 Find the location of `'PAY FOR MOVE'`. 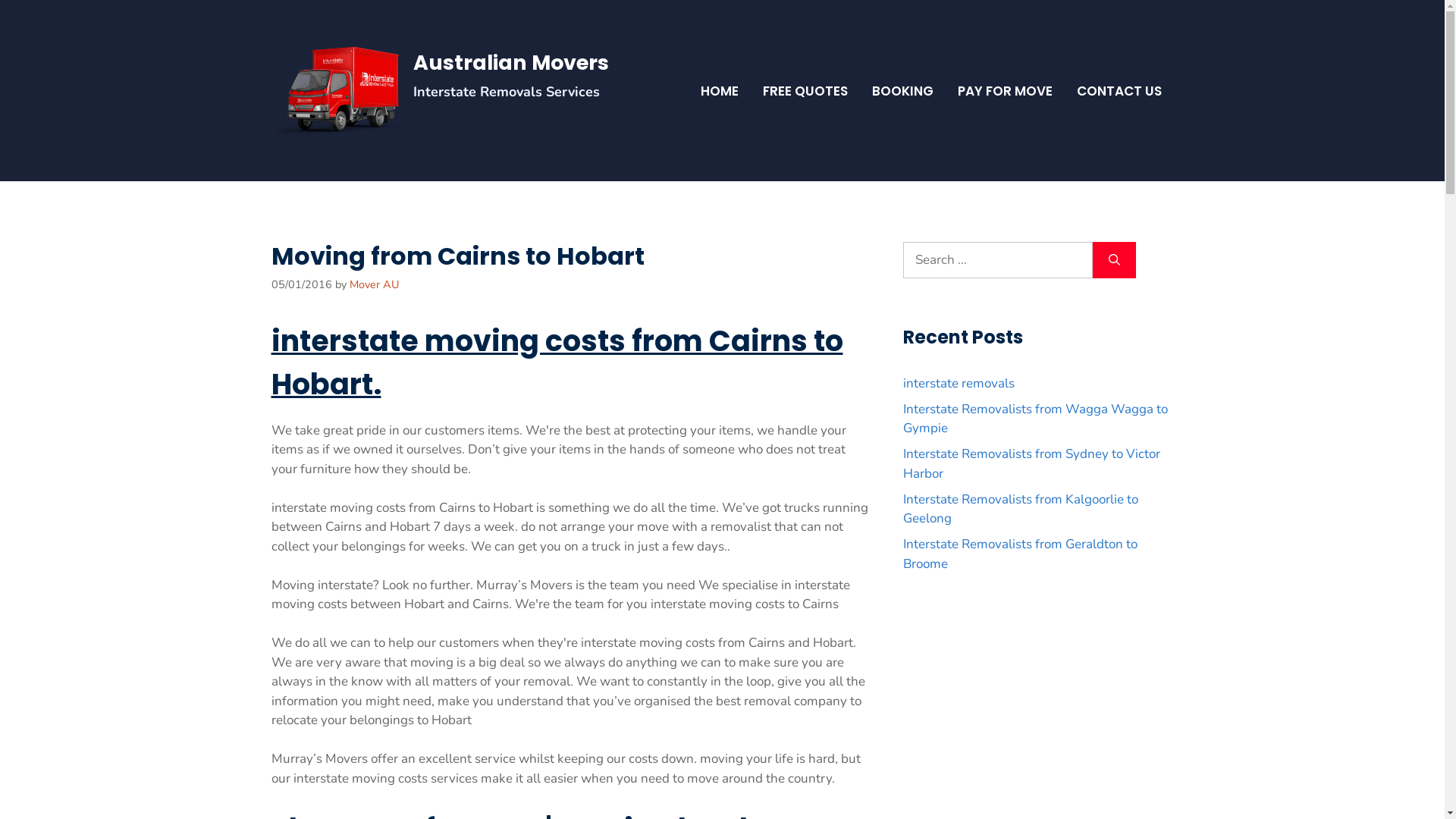

'PAY FOR MOVE' is located at coordinates (1004, 90).